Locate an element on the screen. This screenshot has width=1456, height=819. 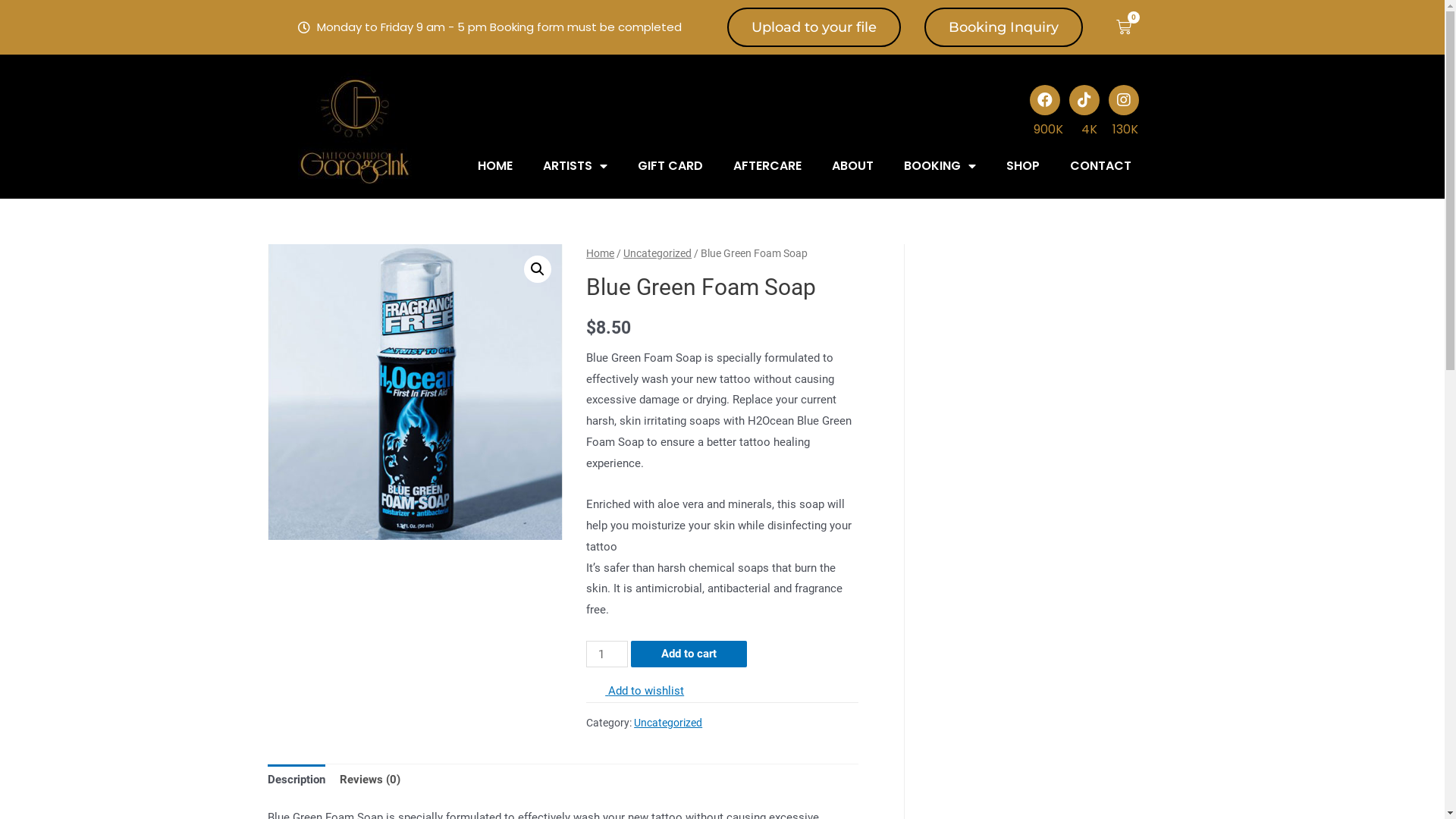
'Add to wishlist' is located at coordinates (635, 690).